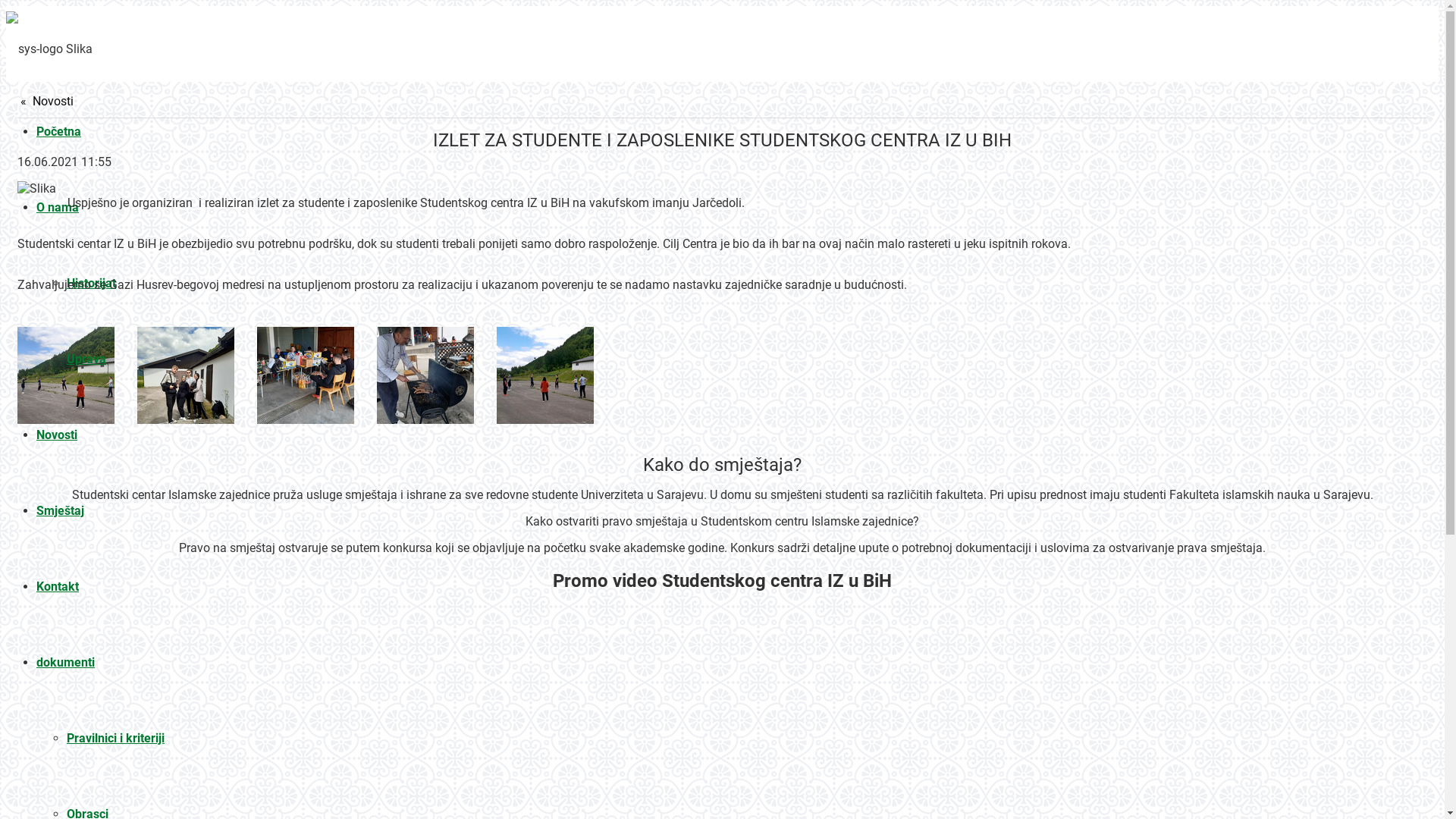 The image size is (1456, 819). What do you see at coordinates (65, 283) in the screenshot?
I see `'Historijat'` at bounding box center [65, 283].